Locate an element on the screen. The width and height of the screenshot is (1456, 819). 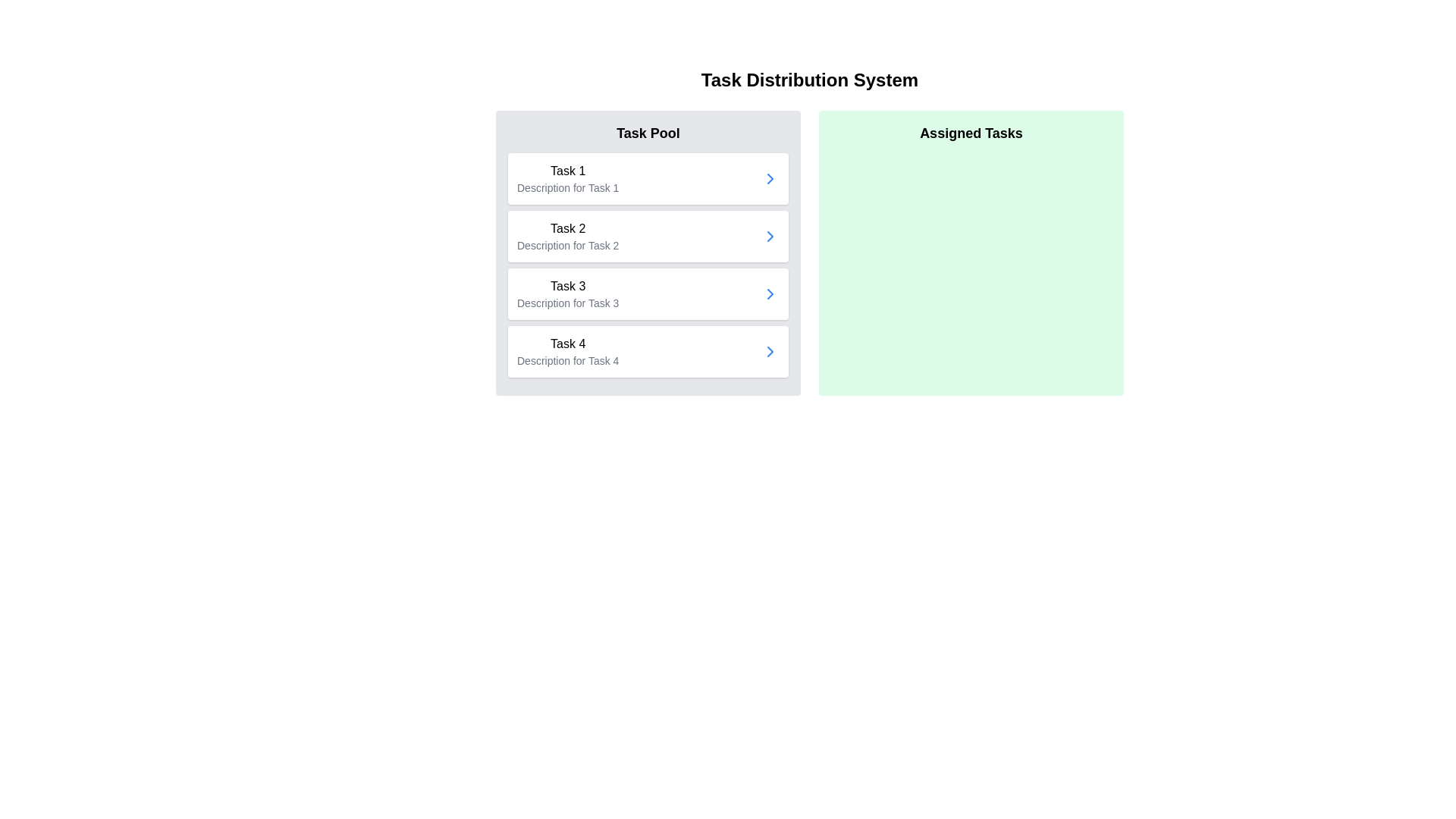
the chevron arrow icon pointing to the right, located at the far-right side of the 'Task 2' list item in the 'Task Pool' section, adjacent to 'Task 2 Description' is located at coordinates (770, 237).